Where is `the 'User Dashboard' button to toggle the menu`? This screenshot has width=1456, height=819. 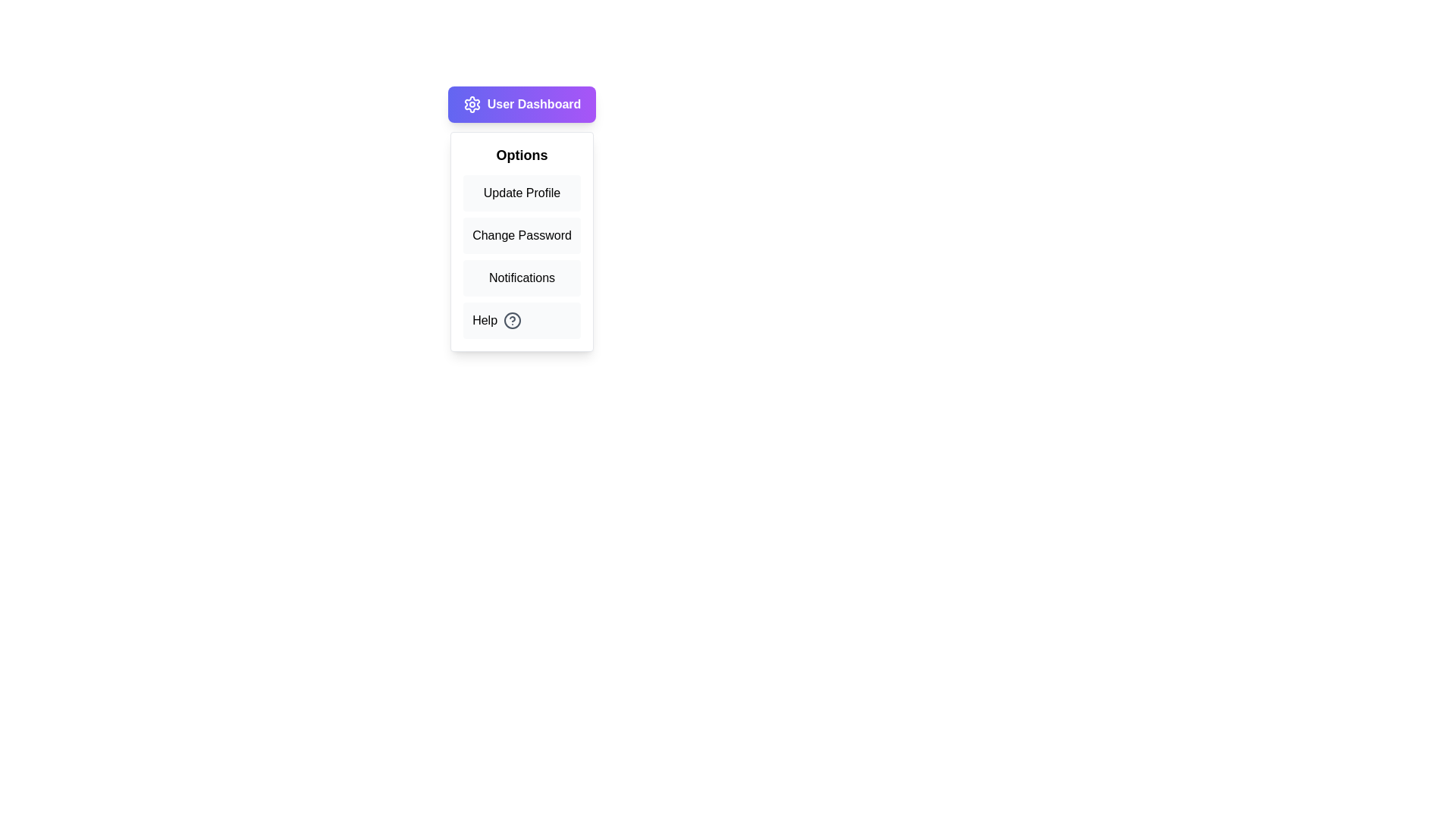
the 'User Dashboard' button to toggle the menu is located at coordinates (522, 104).